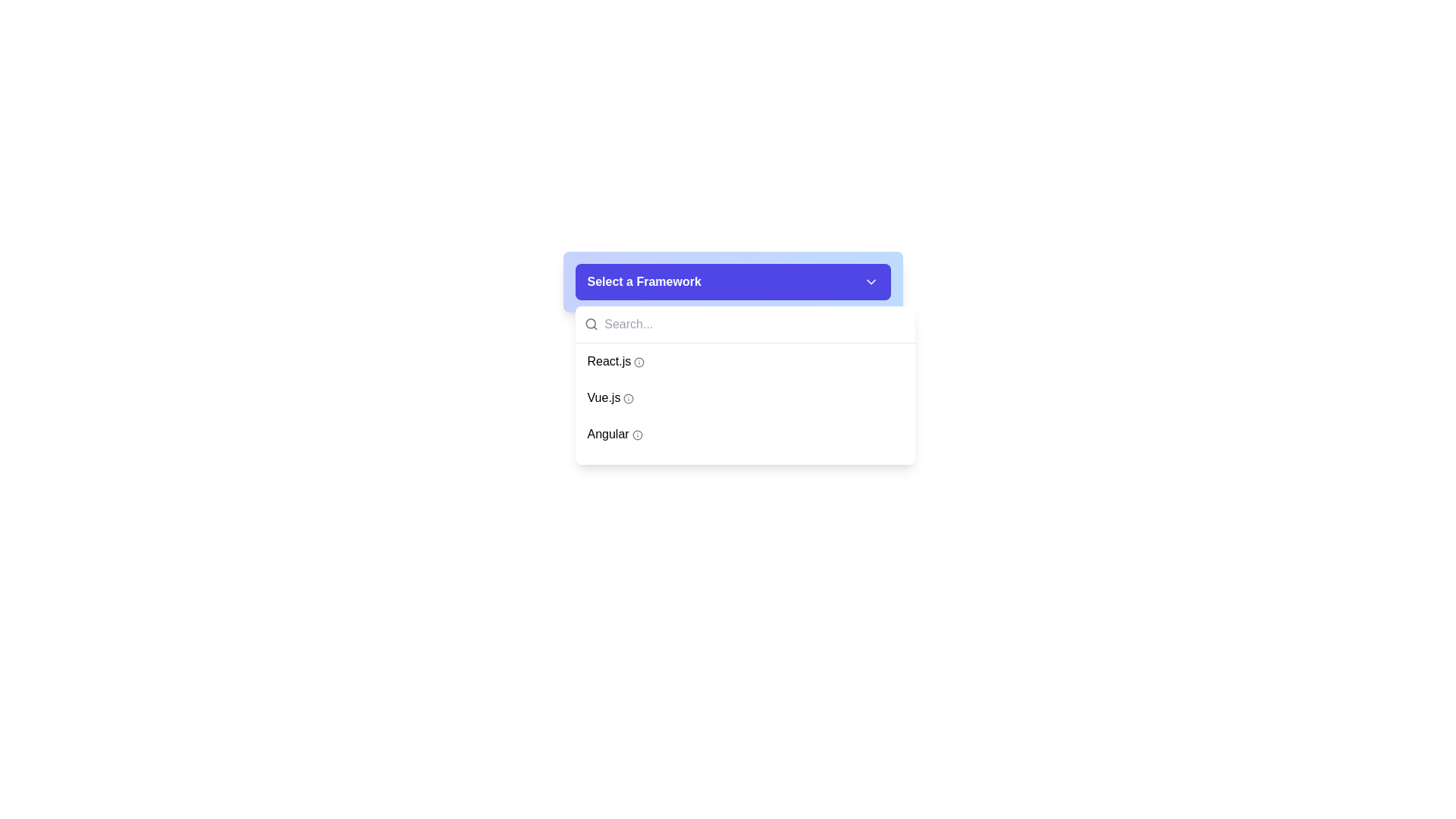 The height and width of the screenshot is (819, 1456). What do you see at coordinates (629, 397) in the screenshot?
I see `the circular graphical element representing the 'Vue.js' icon in the dropdown list` at bounding box center [629, 397].